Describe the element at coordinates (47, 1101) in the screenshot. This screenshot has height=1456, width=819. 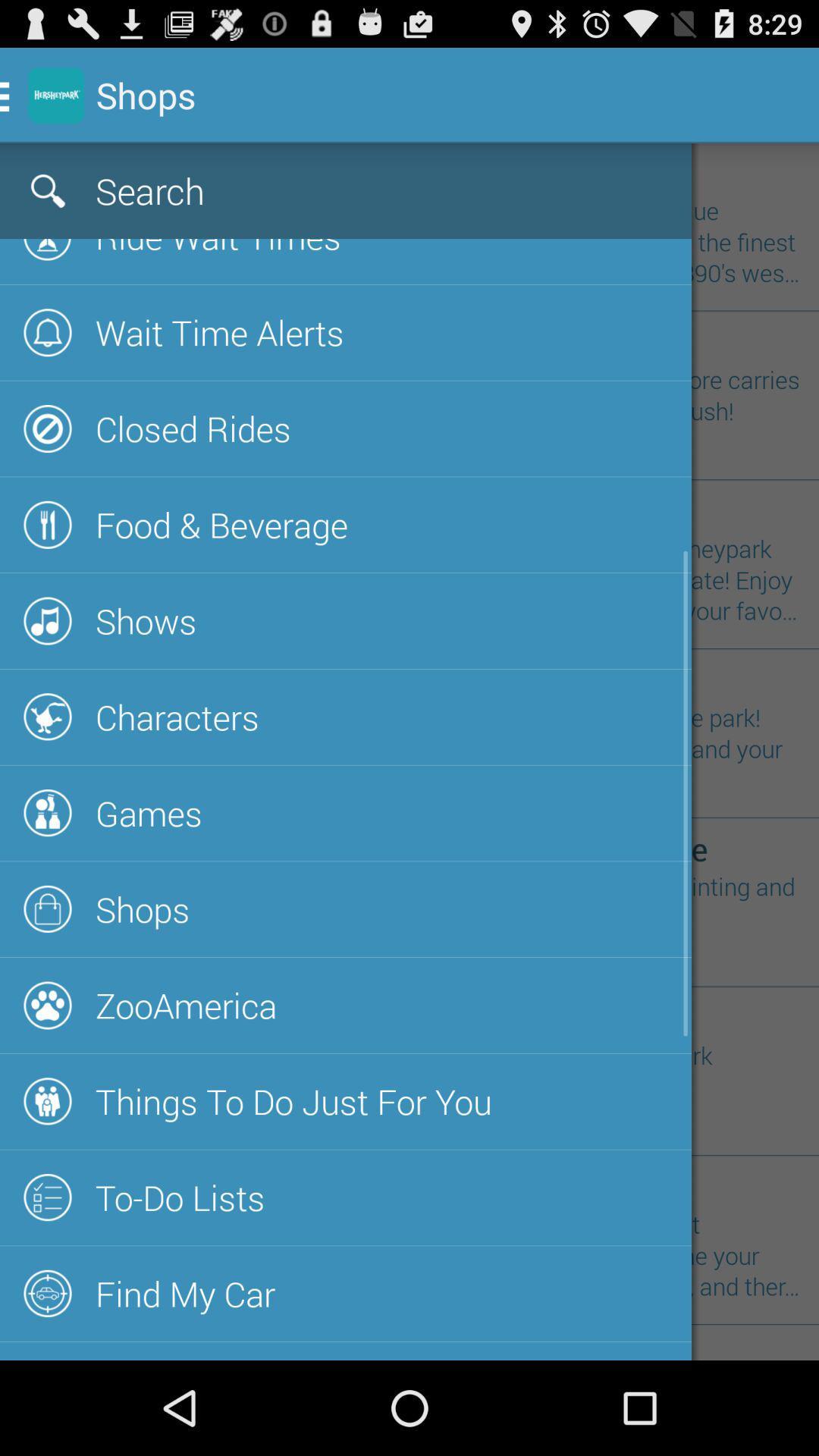
I see `the icon next to things to do just for you` at that location.